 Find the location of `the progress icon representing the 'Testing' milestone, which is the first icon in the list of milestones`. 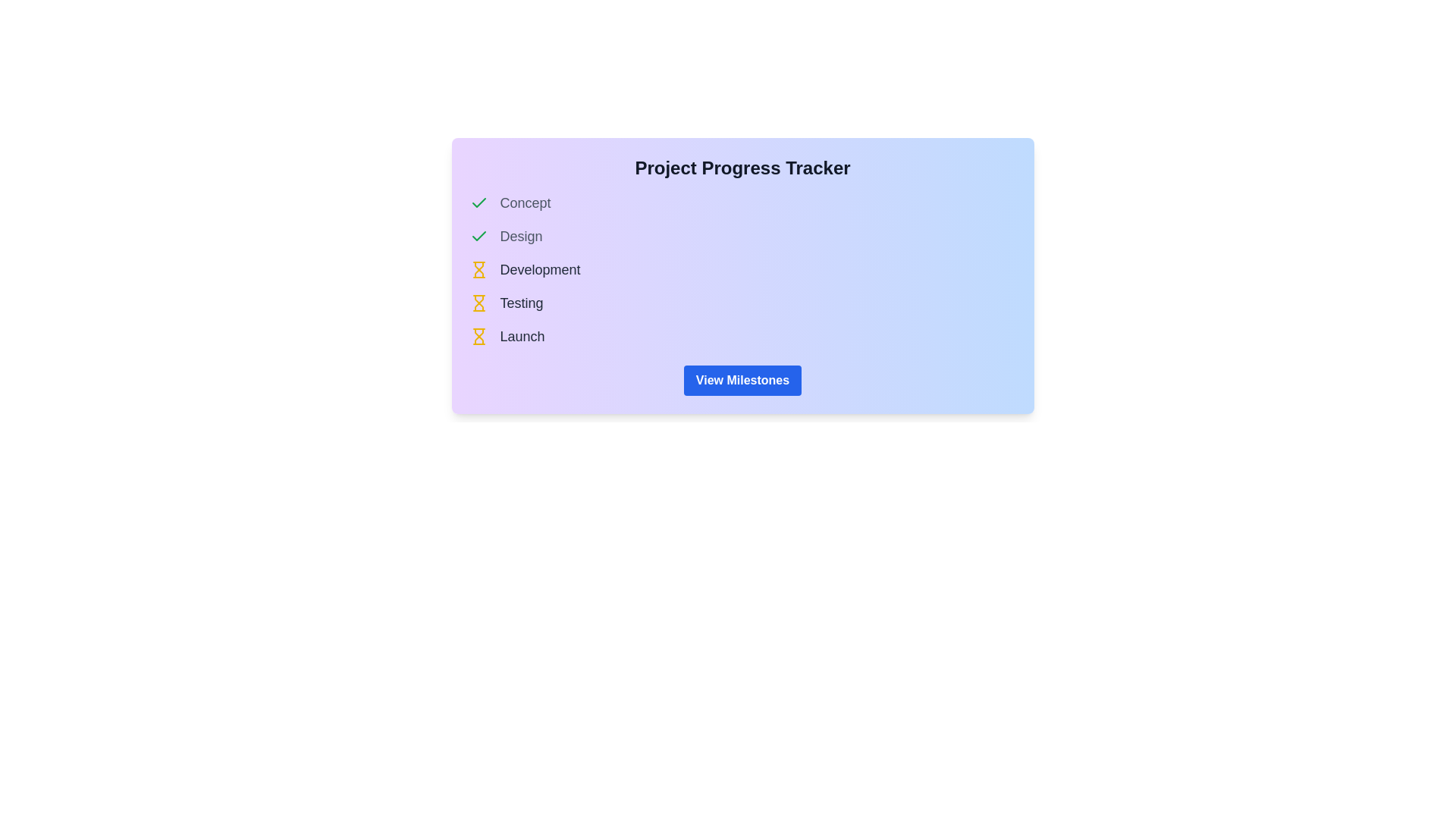

the progress icon representing the 'Testing' milestone, which is the first icon in the list of milestones is located at coordinates (478, 303).